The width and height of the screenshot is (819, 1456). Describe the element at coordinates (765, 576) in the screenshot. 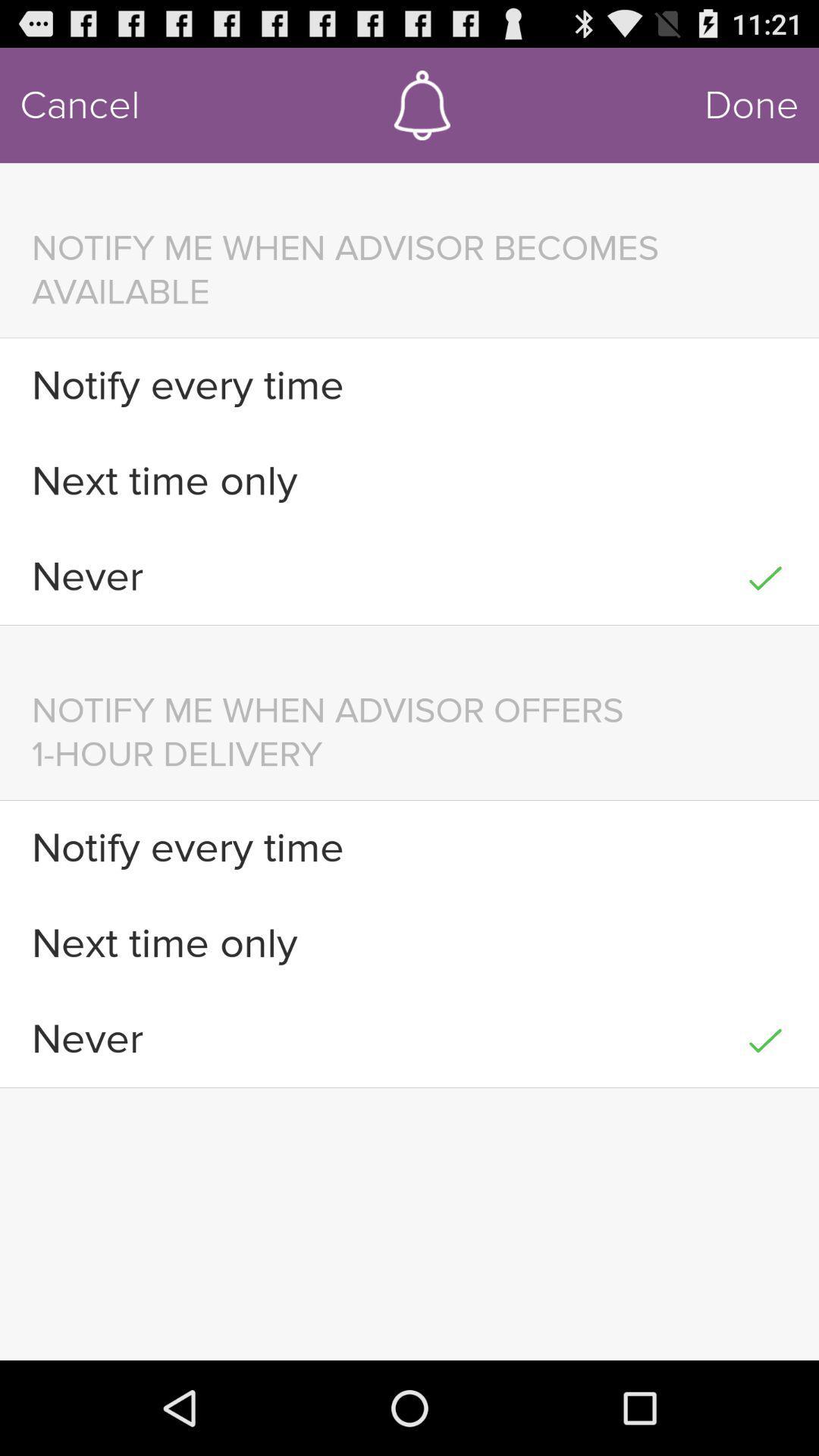

I see `item to the right of never` at that location.